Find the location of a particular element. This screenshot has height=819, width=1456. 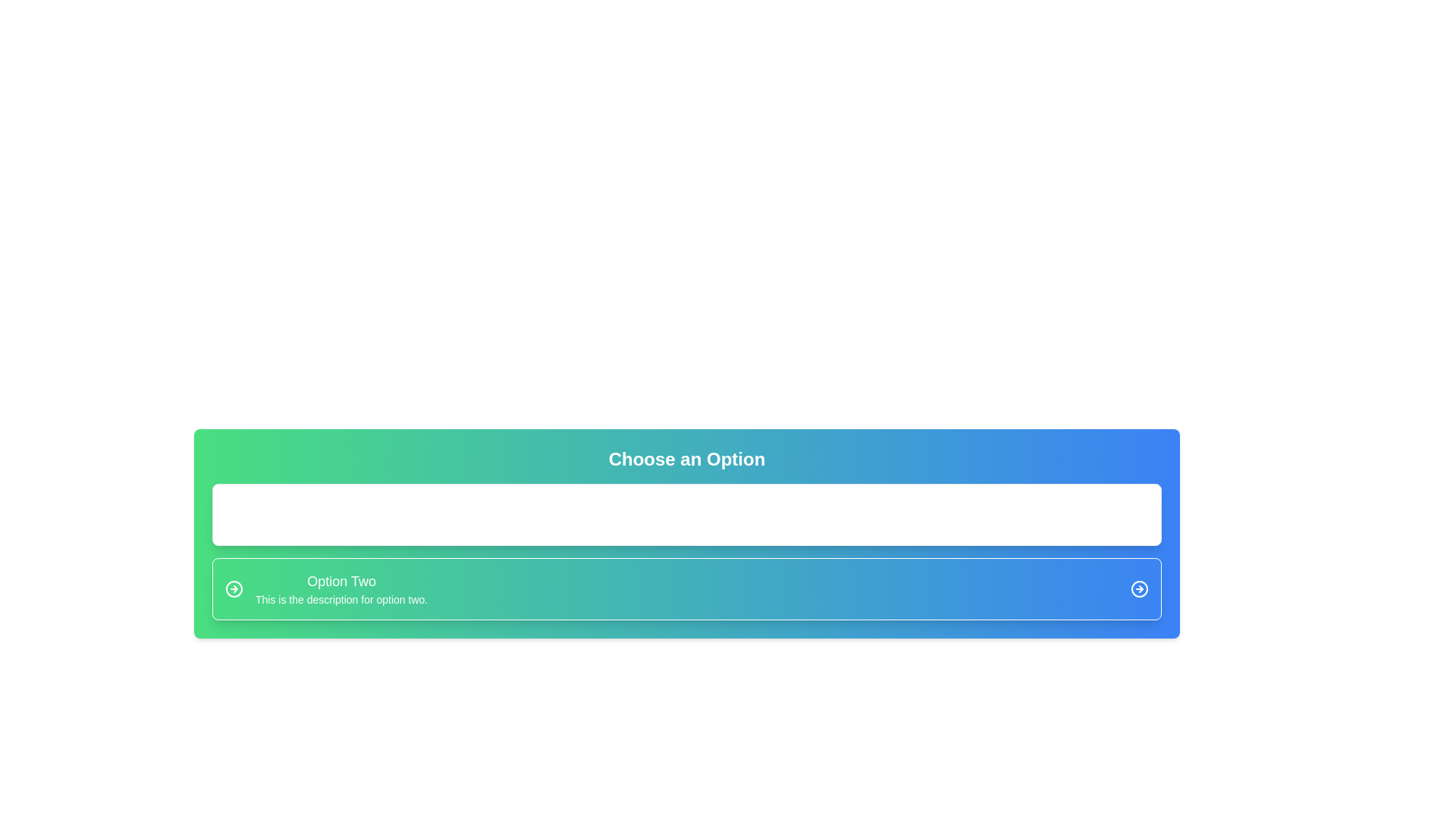

the SVG graphical element (circle) located in the lower-right corner of a menu option is located at coordinates (1139, 588).